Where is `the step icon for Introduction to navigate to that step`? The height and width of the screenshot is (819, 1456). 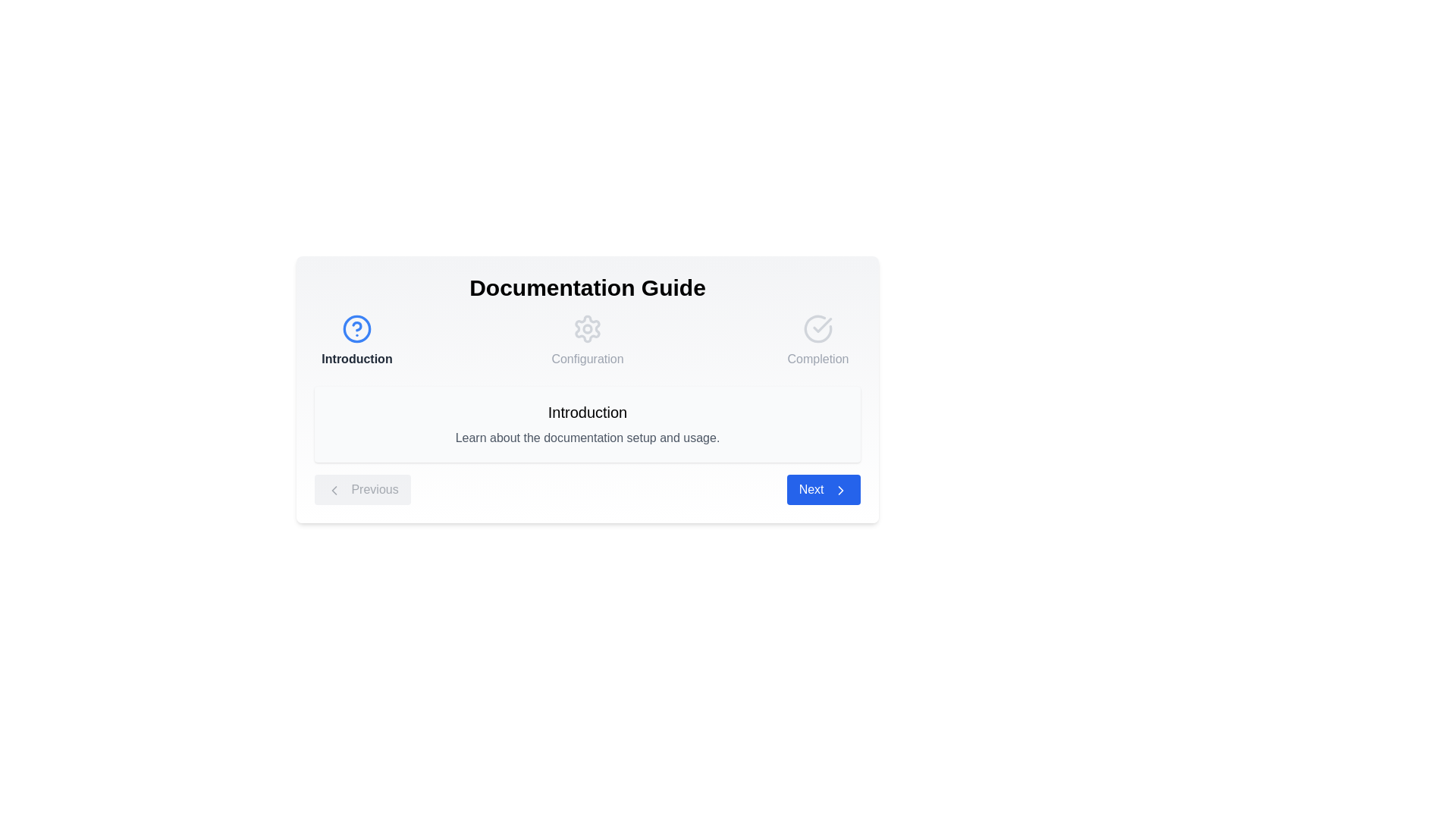 the step icon for Introduction to navigate to that step is located at coordinates (356, 328).